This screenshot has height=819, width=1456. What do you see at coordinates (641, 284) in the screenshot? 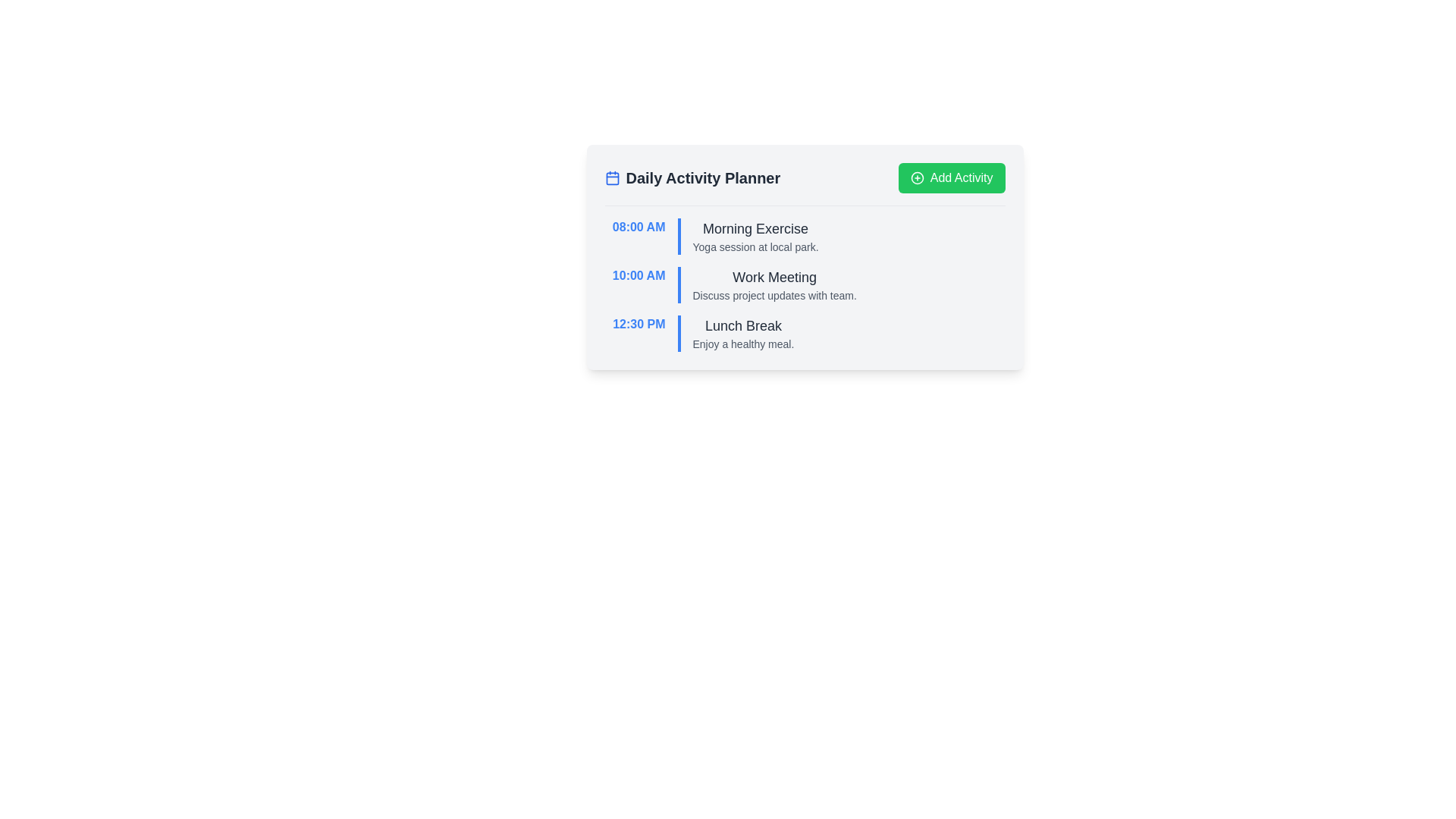
I see `text displayed in the leftmost Text Display element that indicates the scheduled time for the 'Work Meeting' activity` at bounding box center [641, 284].